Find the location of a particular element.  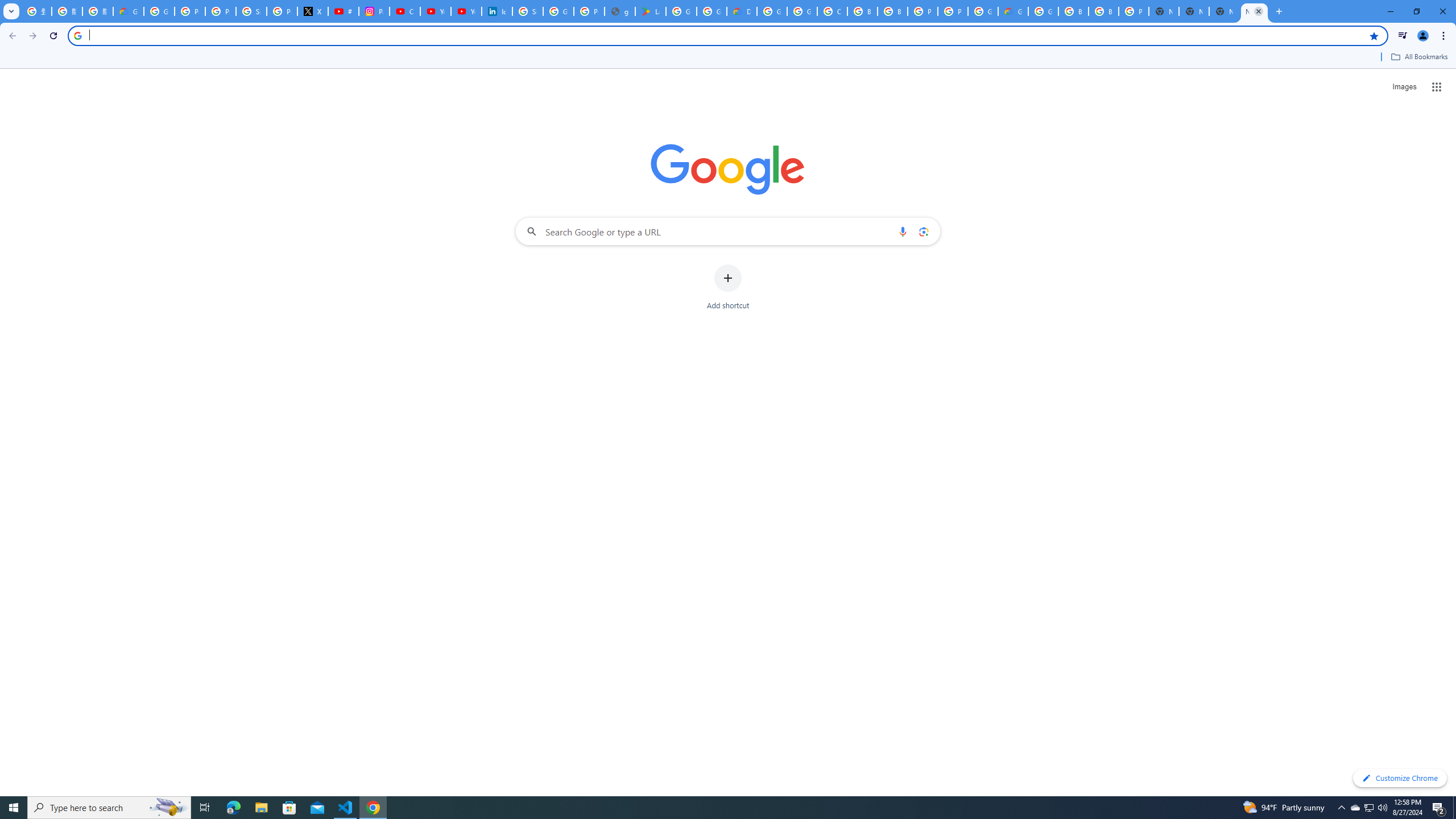

'Last Shelter: Survival - Apps on Google Play' is located at coordinates (651, 11).